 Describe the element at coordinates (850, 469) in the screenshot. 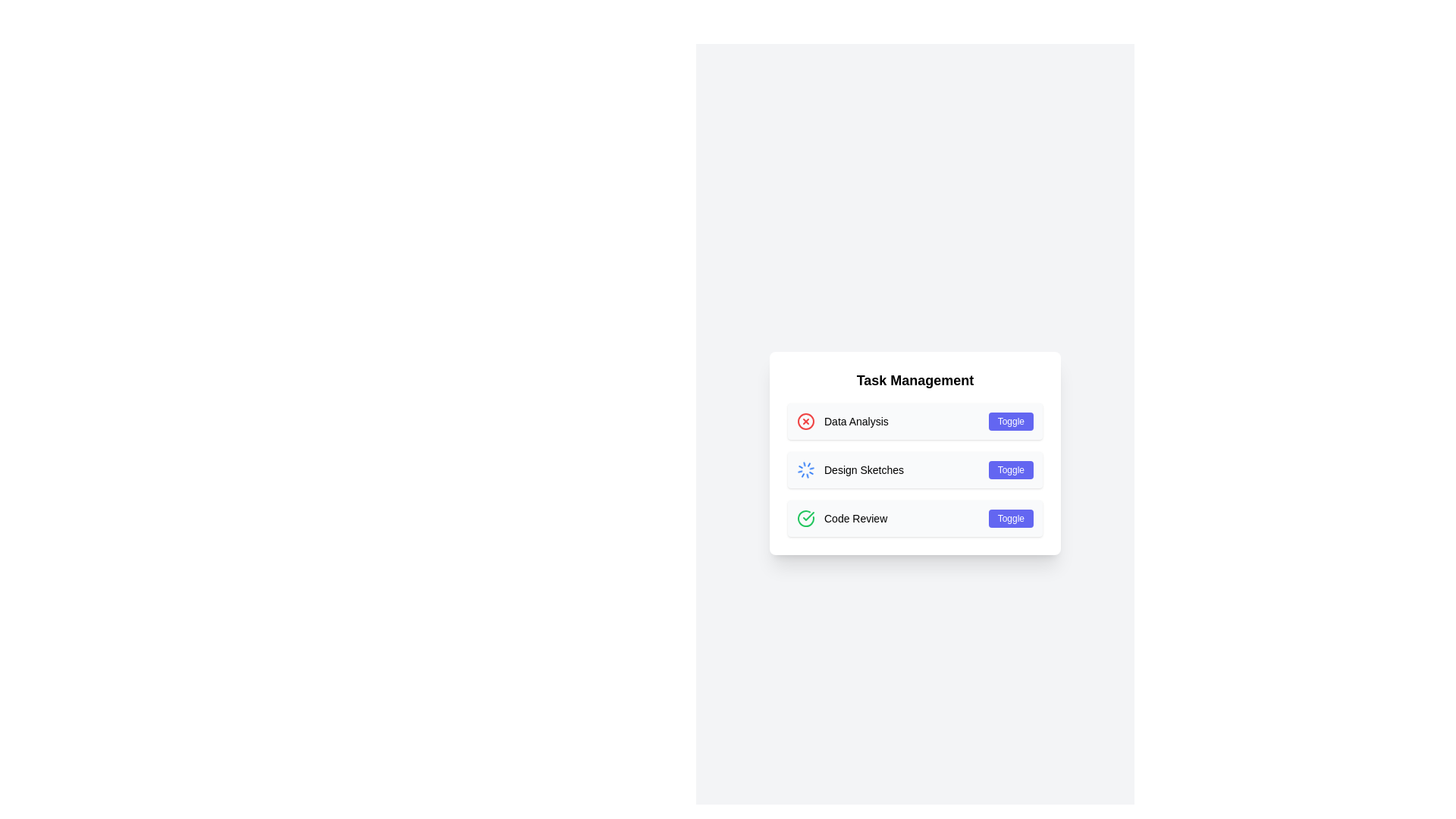

I see `the 'Design Sketches' text label with icon, which is the second item in the task management list located between 'Data Analysis' and 'Code Review'` at that location.